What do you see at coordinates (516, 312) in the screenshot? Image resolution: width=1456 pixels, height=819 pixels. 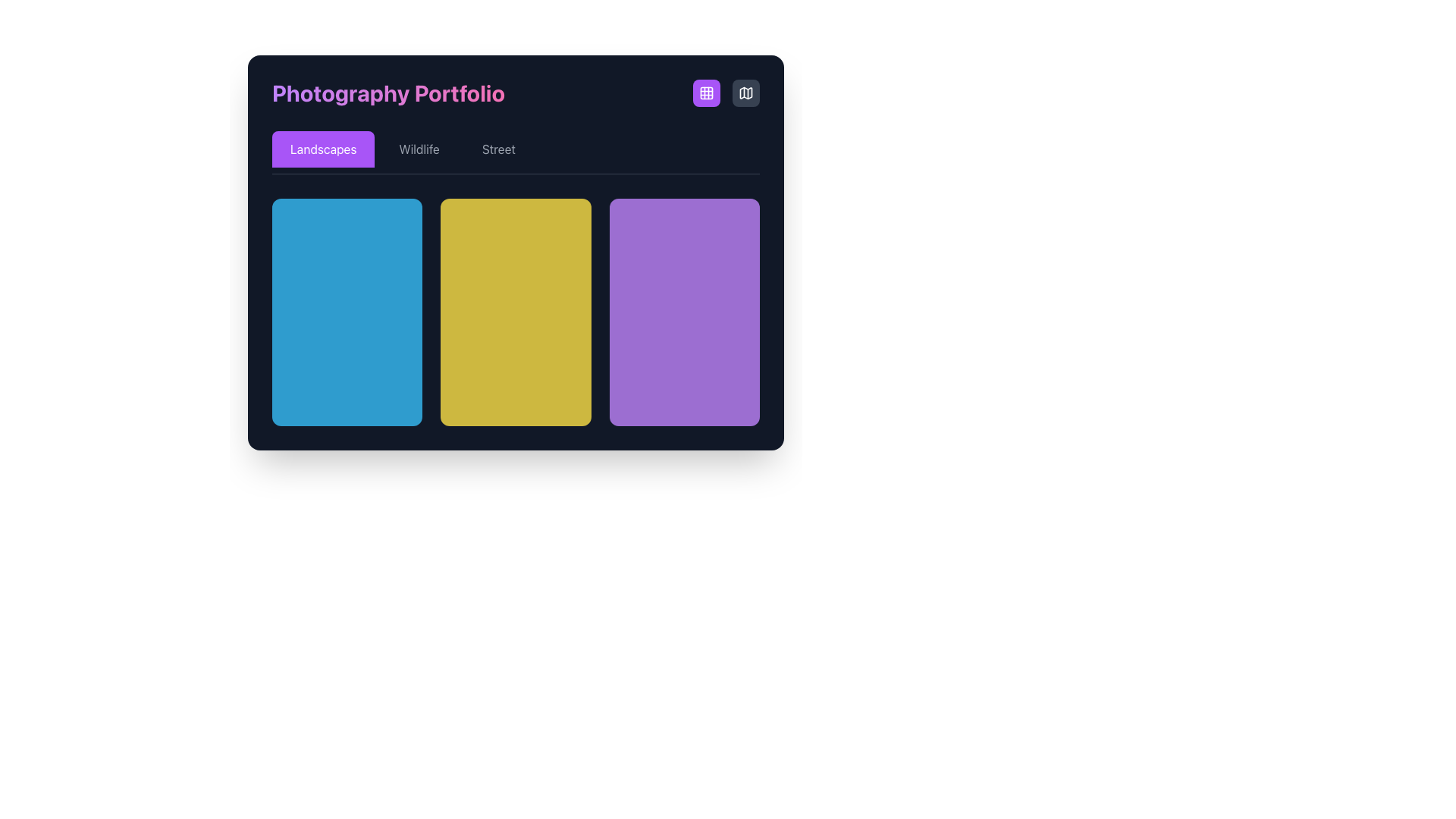 I see `the 'Desert Dunes' card, which has a gradient from yellow` at bounding box center [516, 312].